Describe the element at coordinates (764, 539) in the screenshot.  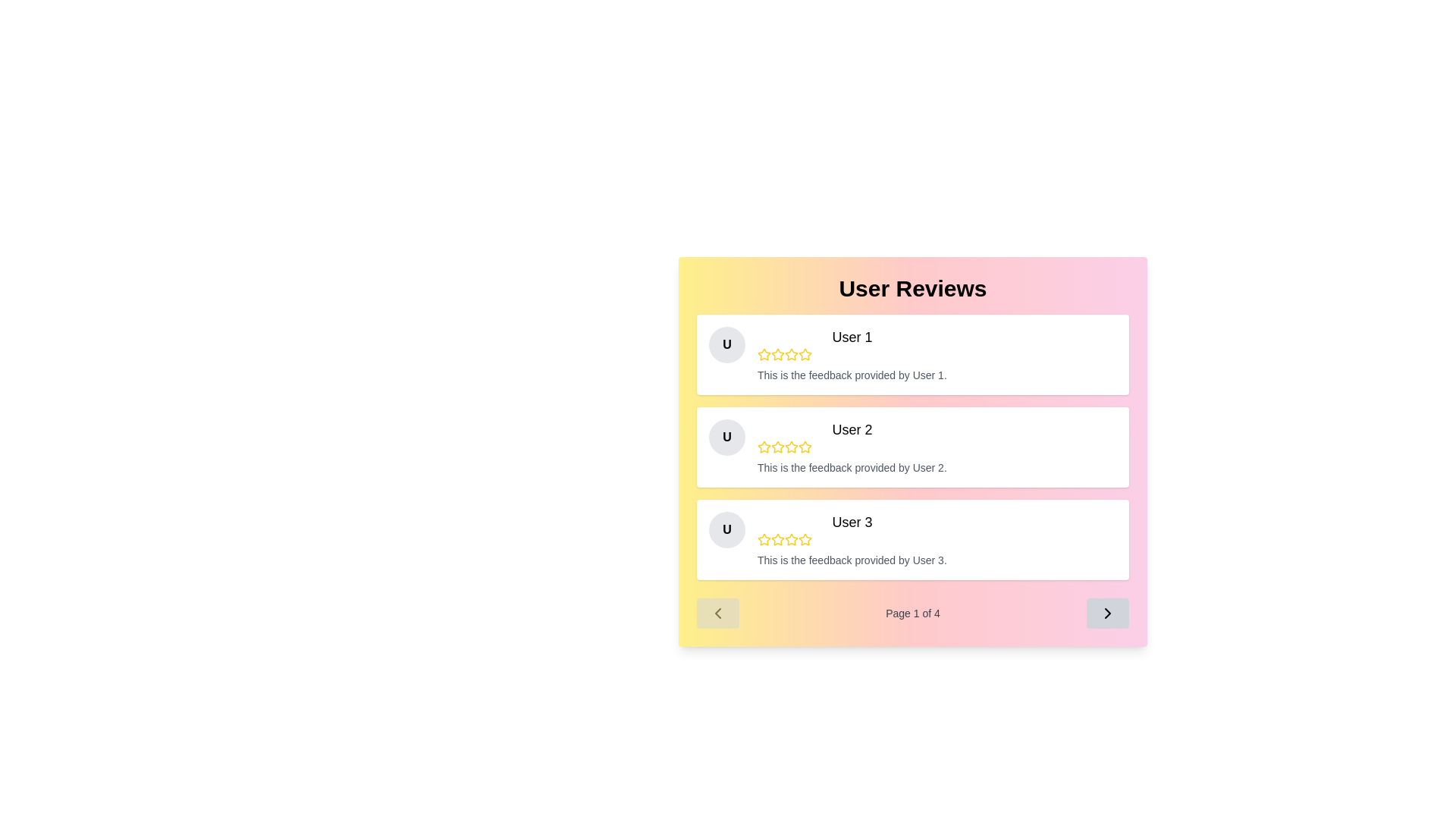
I see `the first star icon in the rating system of the third review card associated with 'User 3'` at that location.